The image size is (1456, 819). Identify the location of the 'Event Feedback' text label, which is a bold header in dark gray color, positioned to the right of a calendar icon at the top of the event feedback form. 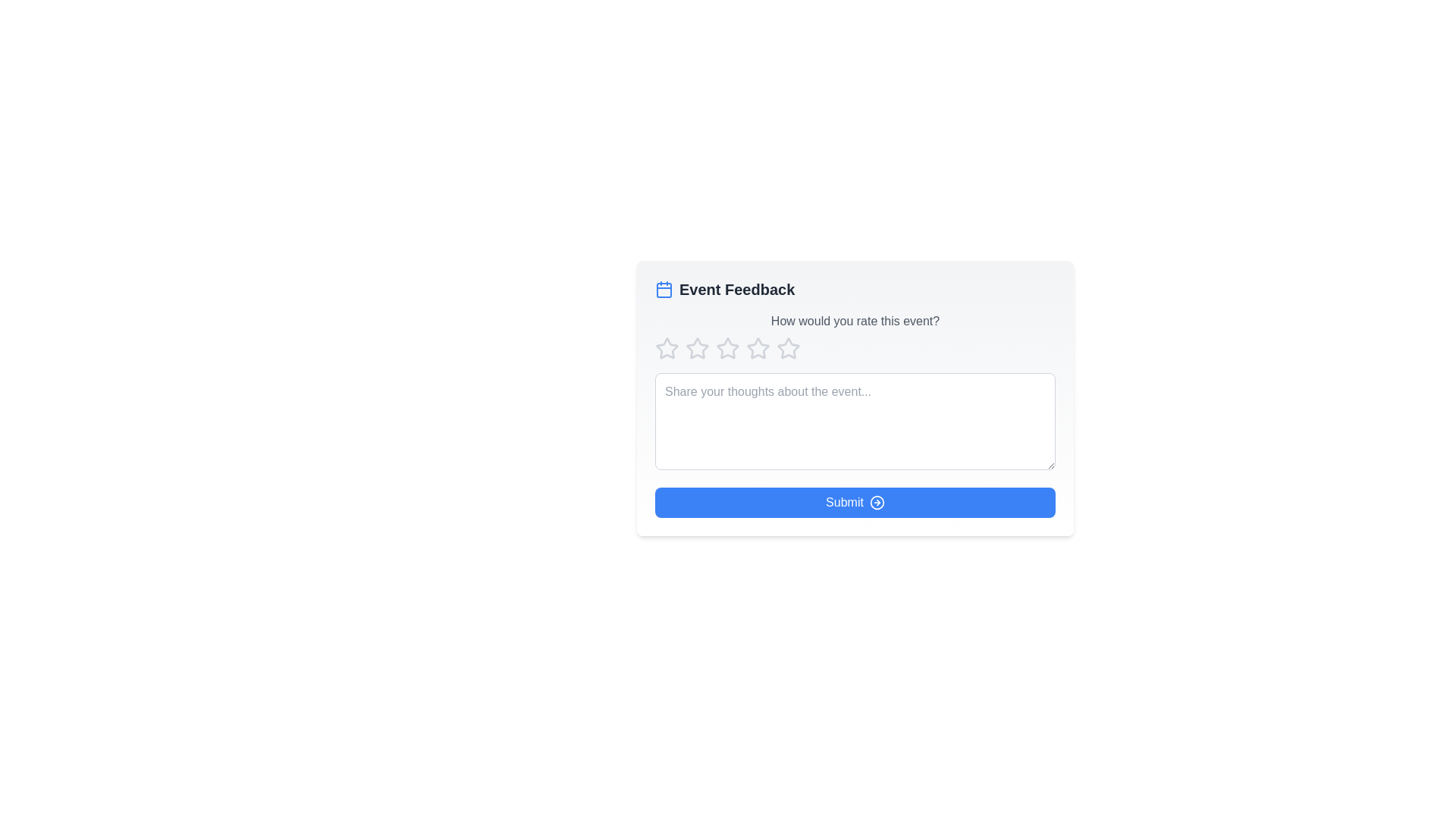
(737, 289).